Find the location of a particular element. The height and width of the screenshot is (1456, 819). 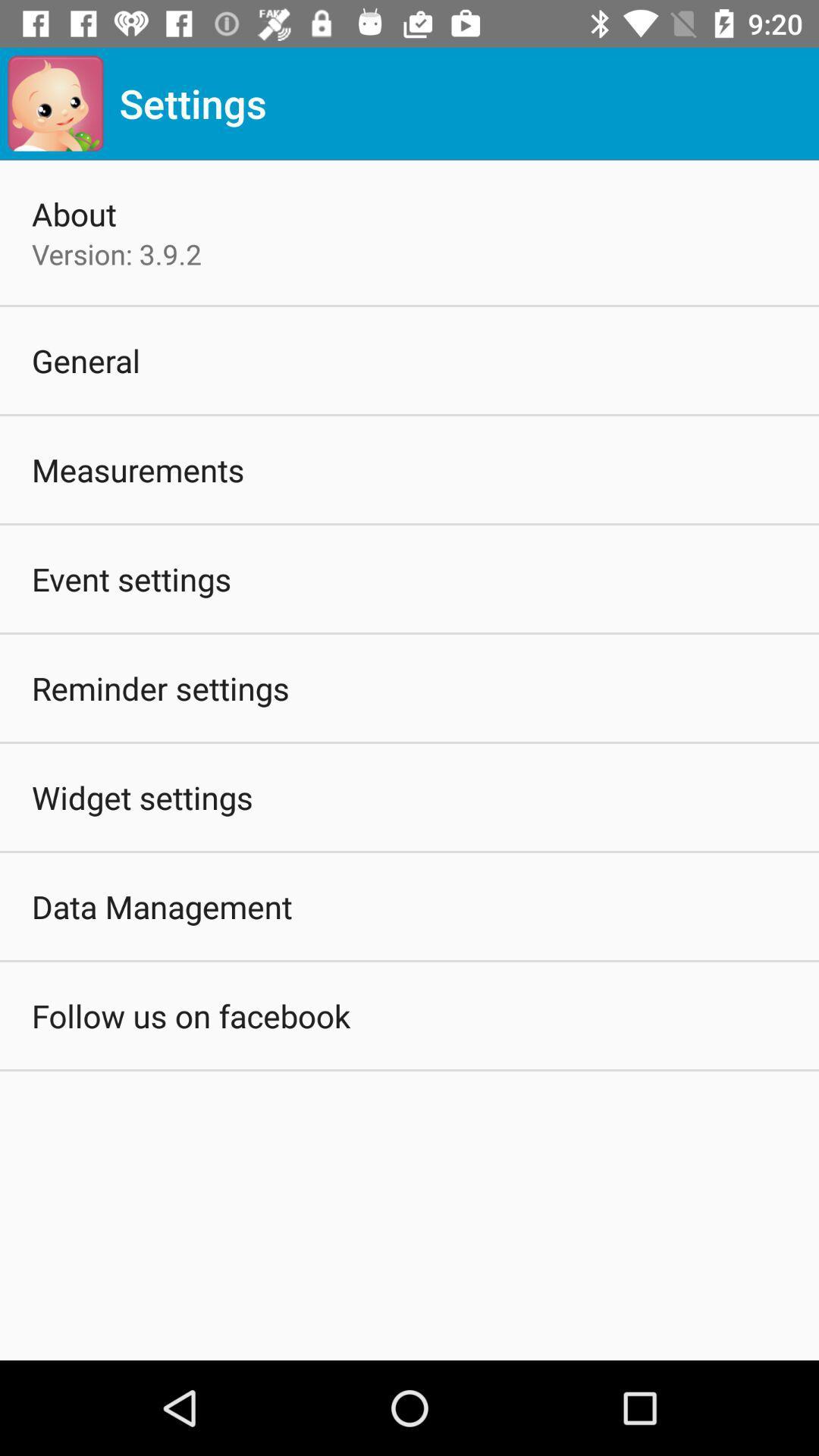

data management item is located at coordinates (162, 906).